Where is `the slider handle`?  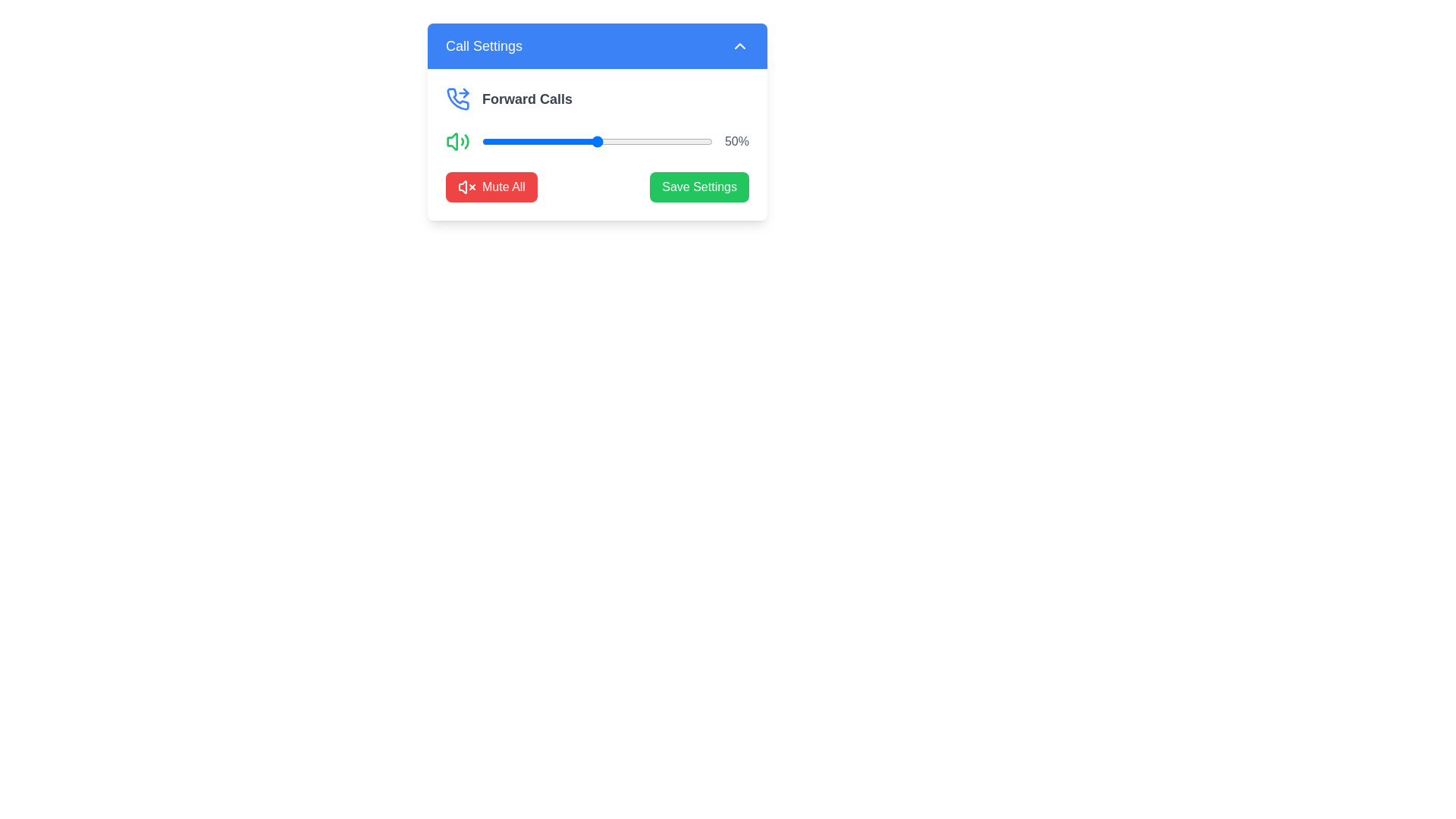 the slider handle is located at coordinates (596, 141).